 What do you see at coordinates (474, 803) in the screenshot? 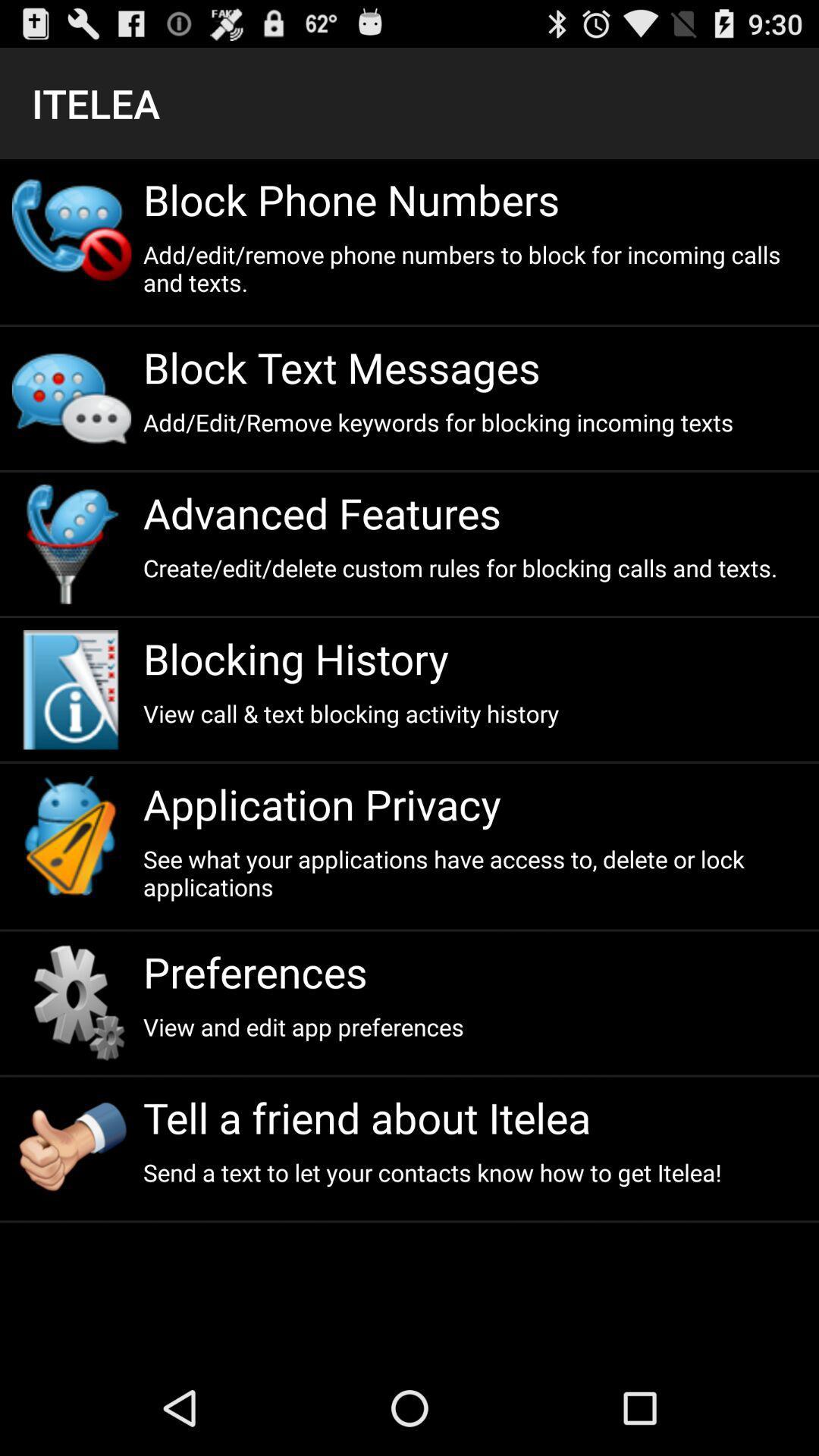
I see `application privacy app` at bounding box center [474, 803].